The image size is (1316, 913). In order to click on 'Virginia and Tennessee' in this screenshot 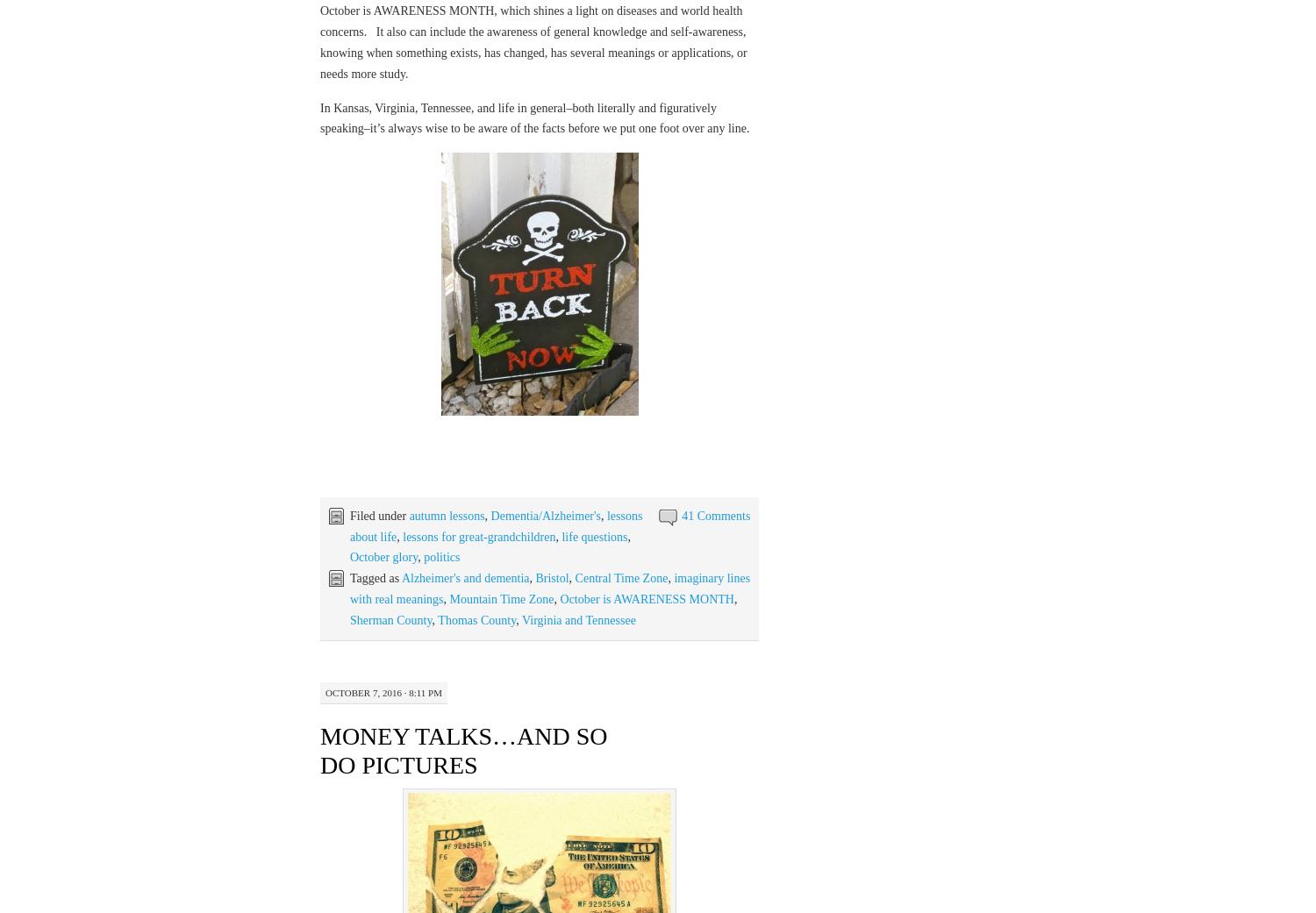, I will do `click(521, 618)`.